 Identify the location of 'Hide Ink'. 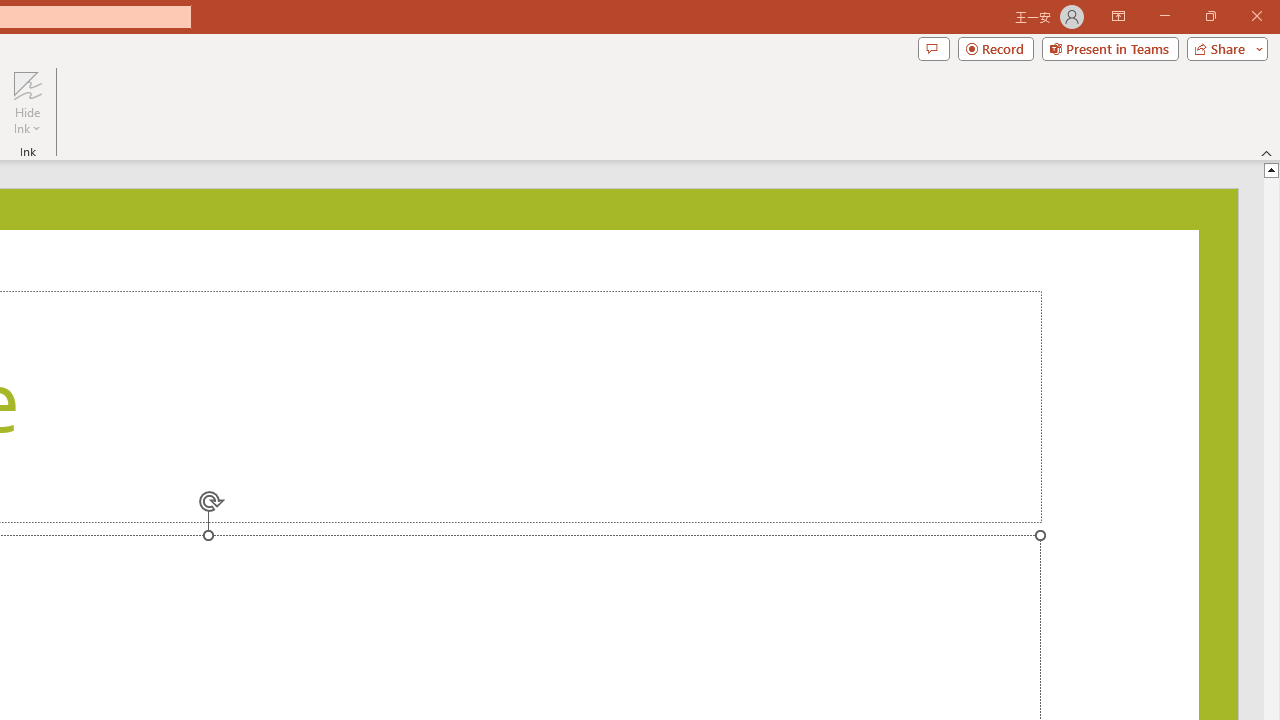
(27, 84).